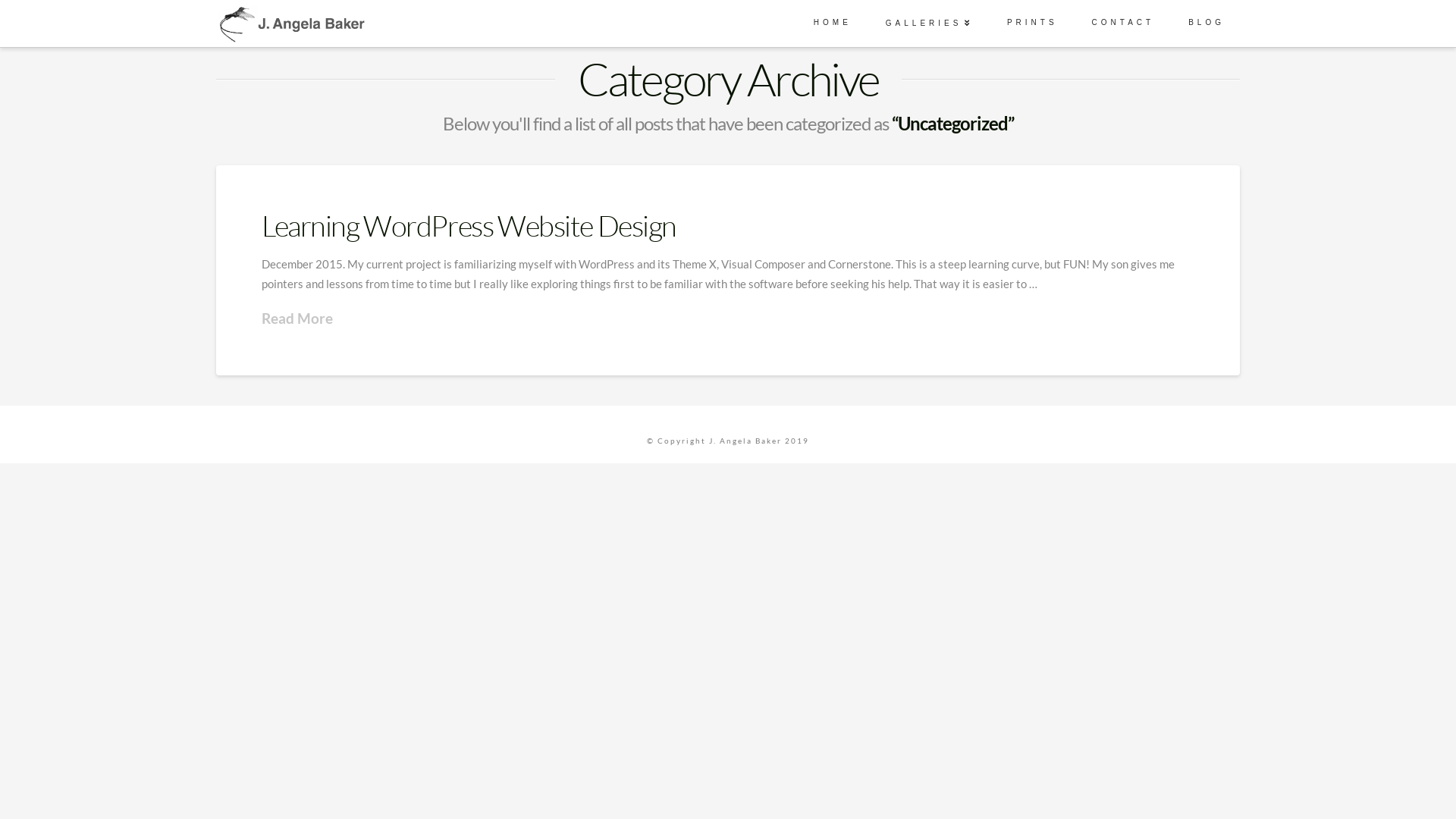 The width and height of the screenshot is (1456, 819). I want to click on 'GALLERIES', so click(927, 14).